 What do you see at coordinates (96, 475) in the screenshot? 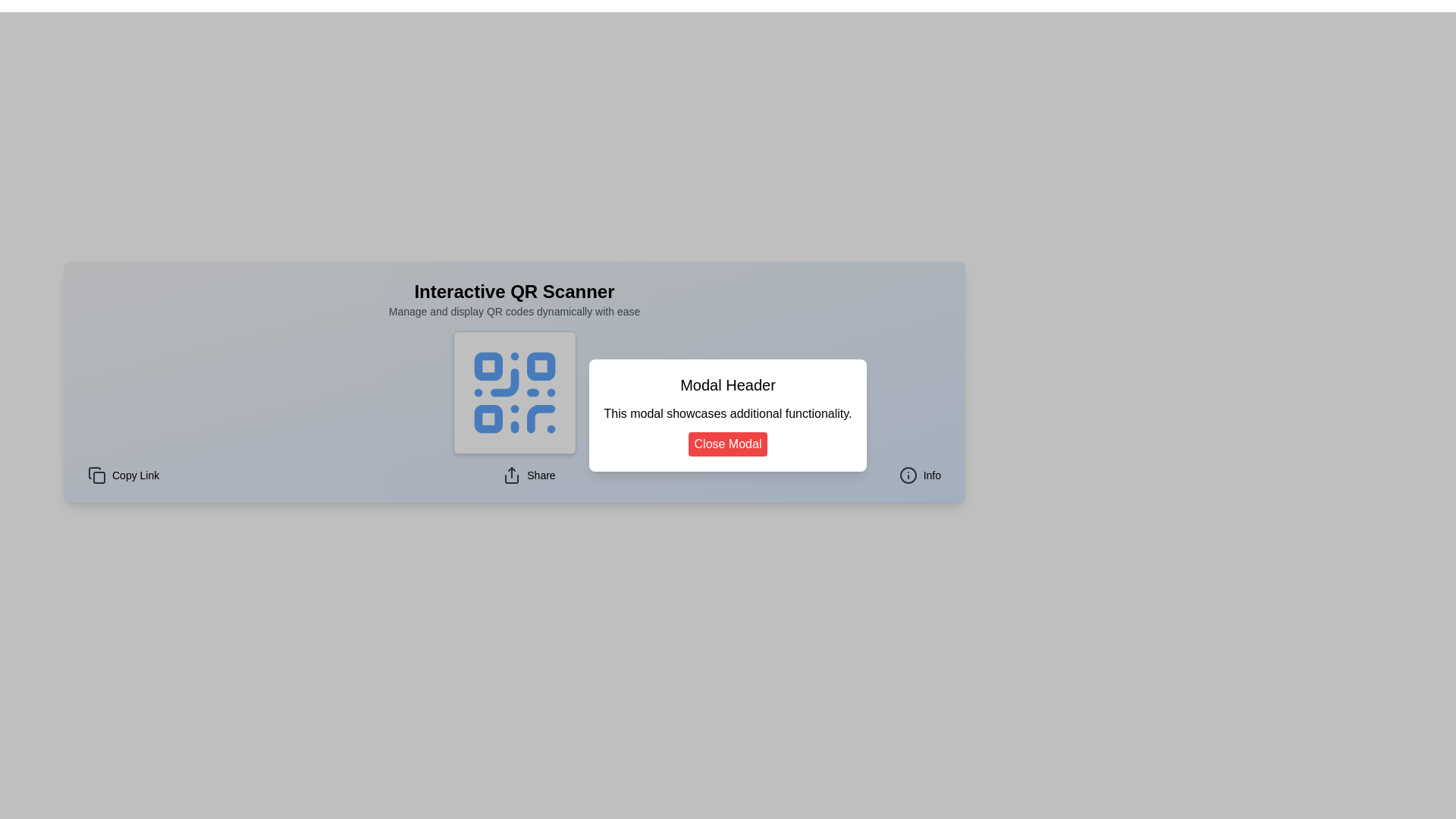
I see `the 'Copy' icon located at the bottom-left corner of the interactive section` at bounding box center [96, 475].